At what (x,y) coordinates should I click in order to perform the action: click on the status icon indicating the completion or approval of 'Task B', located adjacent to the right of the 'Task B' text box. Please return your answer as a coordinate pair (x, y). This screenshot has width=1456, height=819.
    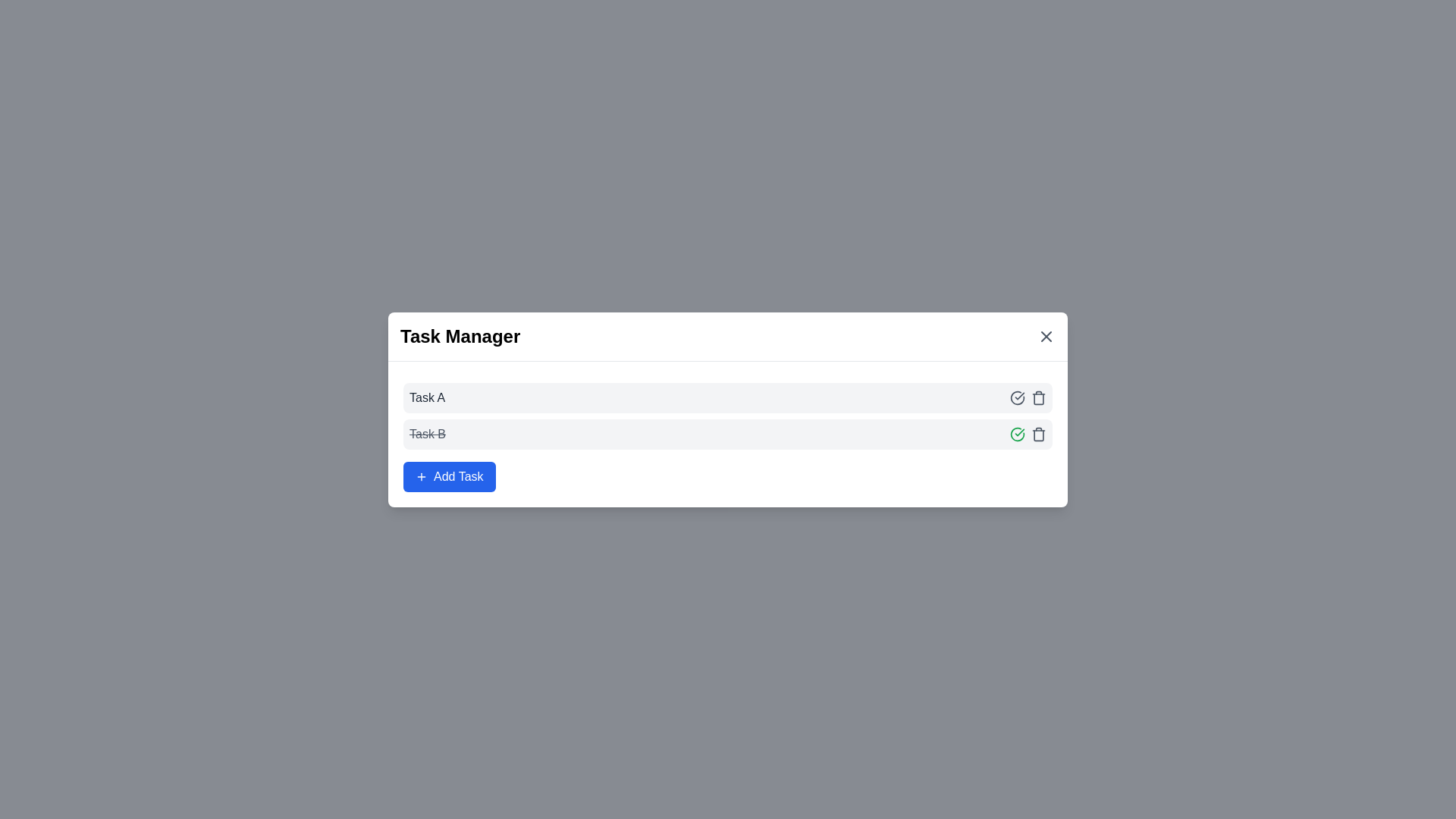
    Looking at the image, I should click on (1018, 433).